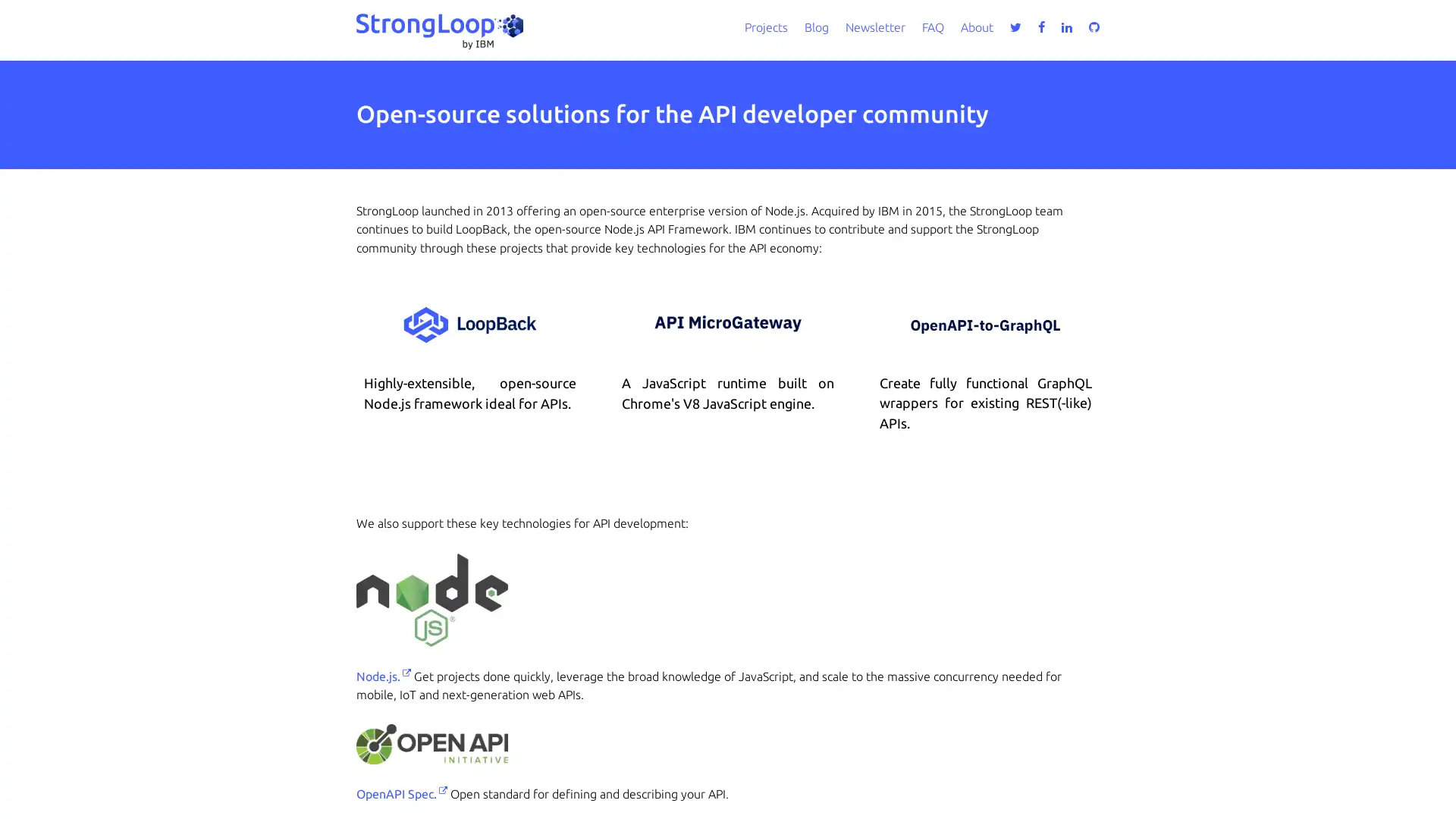 The height and width of the screenshot is (819, 1456). Describe the element at coordinates (1333, 714) in the screenshot. I see `Accept all` at that location.